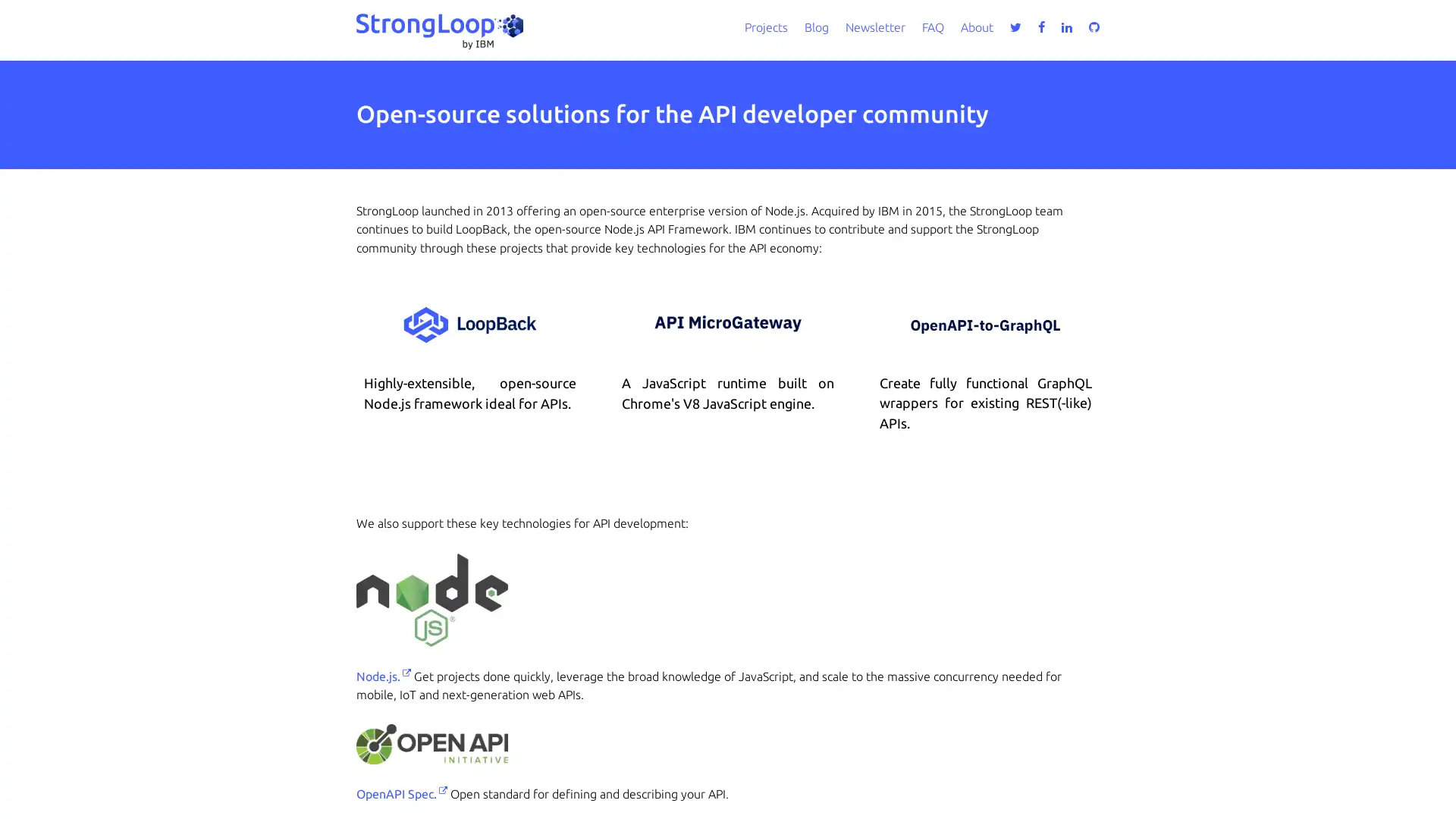 The height and width of the screenshot is (819, 1456). Describe the element at coordinates (1333, 714) in the screenshot. I see `Accept all` at that location.